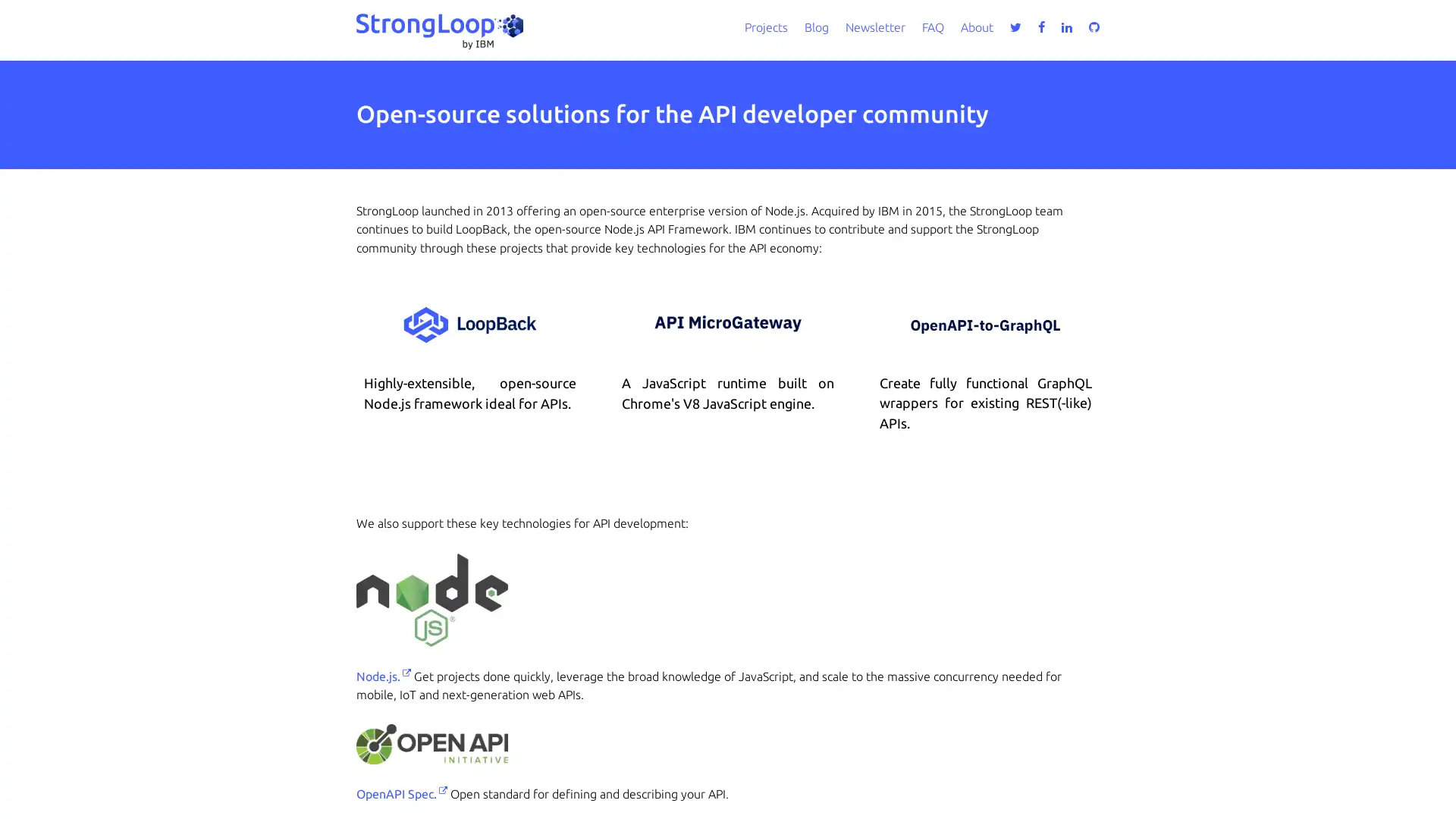 The height and width of the screenshot is (819, 1456). Describe the element at coordinates (1333, 714) in the screenshot. I see `Accept all` at that location.